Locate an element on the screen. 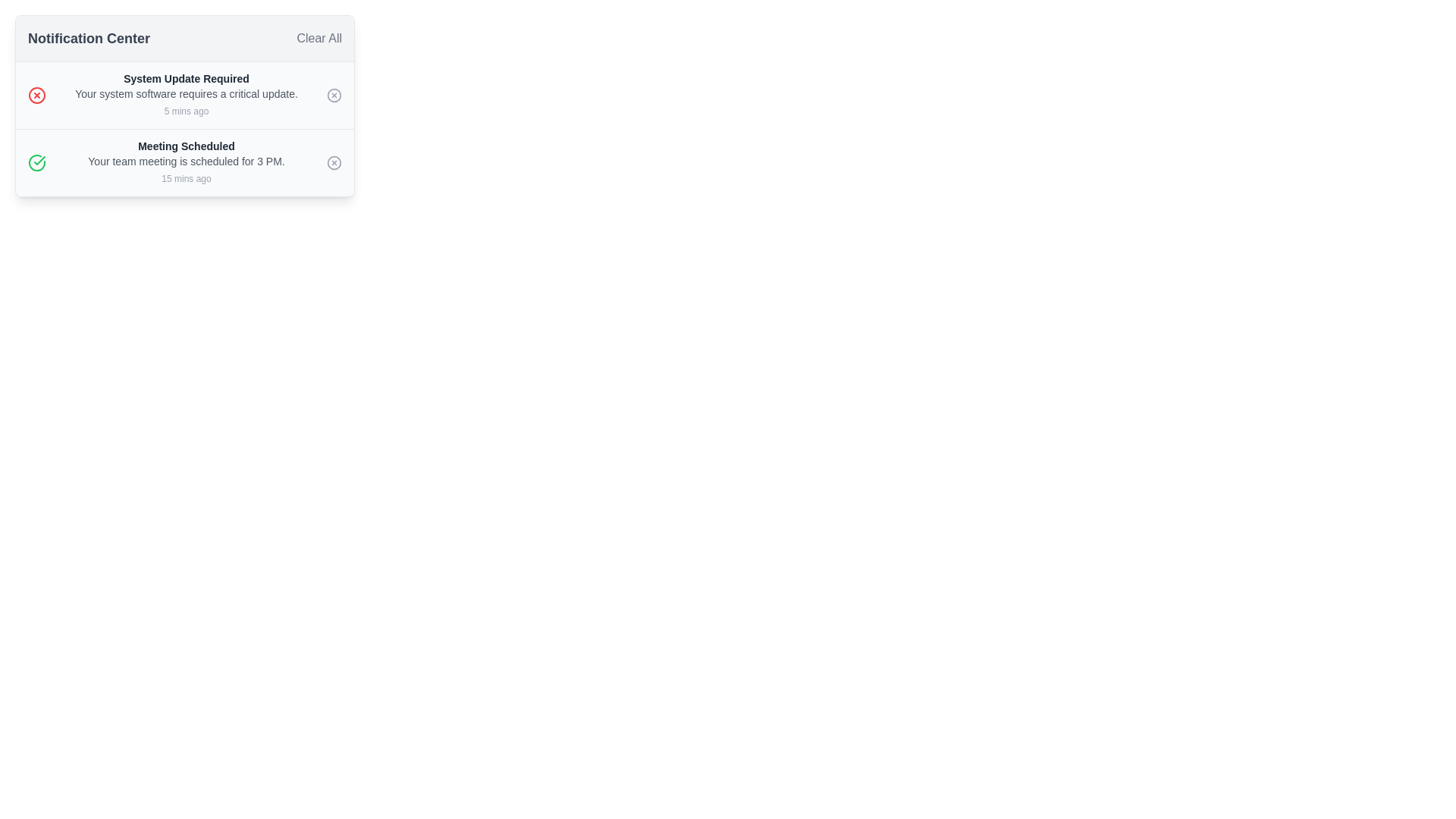 The image size is (1456, 819). the Text Label that serves as the title of the notification in the Notification Center interface, which is positioned above the description text and the timestamp is located at coordinates (185, 79).